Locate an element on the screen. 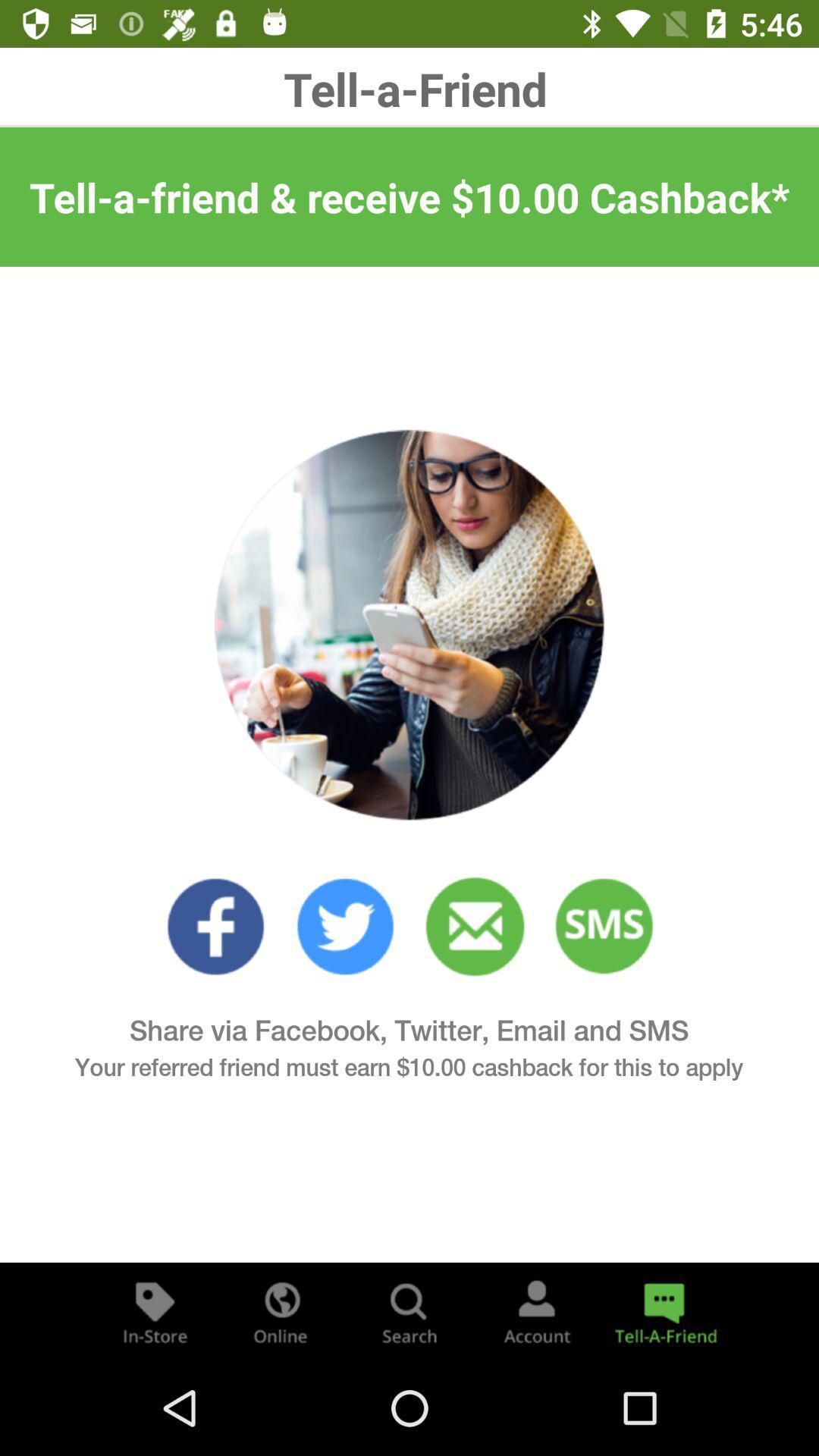  the twitter icon is located at coordinates (345, 926).